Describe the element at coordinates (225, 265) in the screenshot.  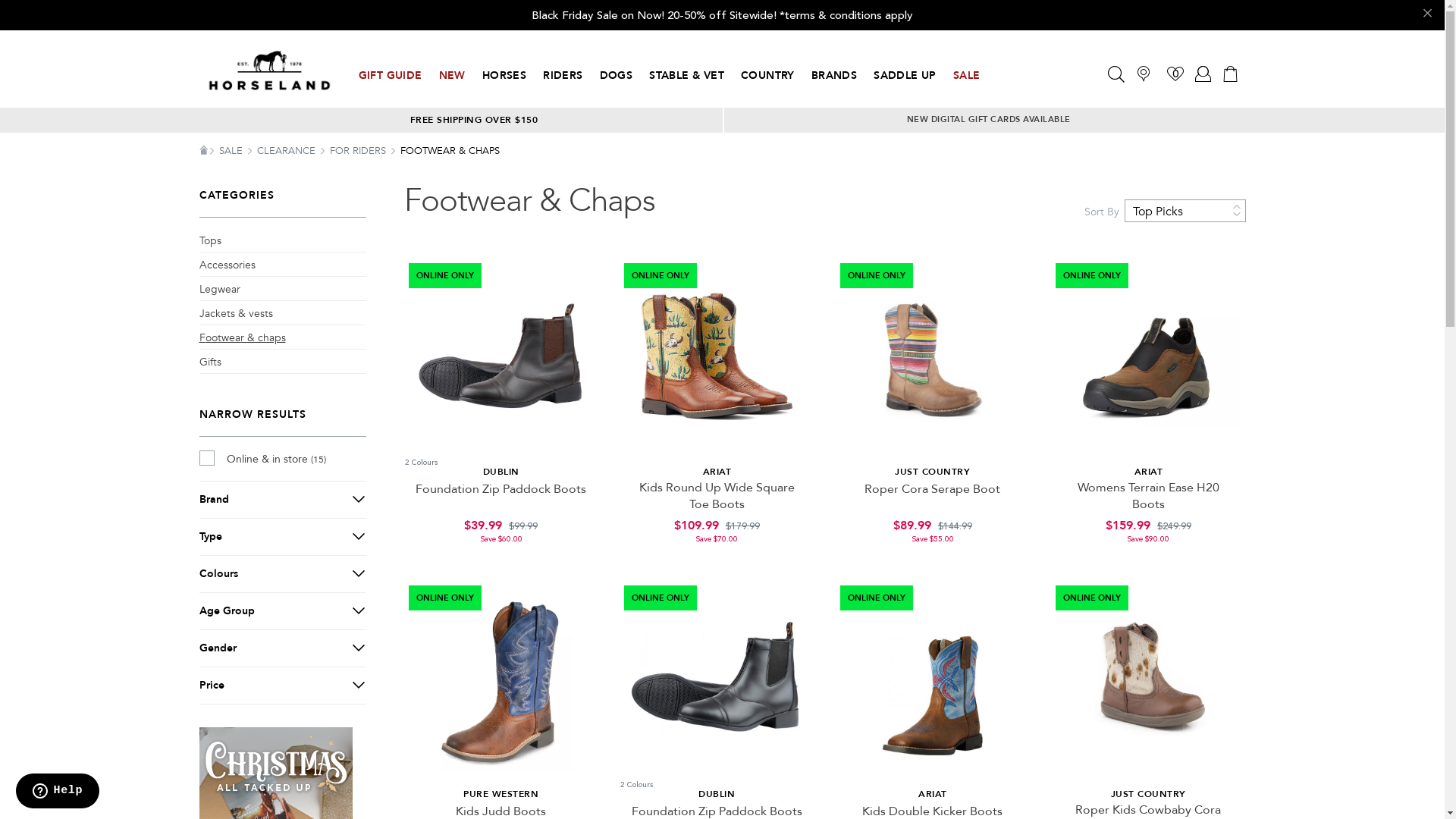
I see `'Accessories'` at that location.